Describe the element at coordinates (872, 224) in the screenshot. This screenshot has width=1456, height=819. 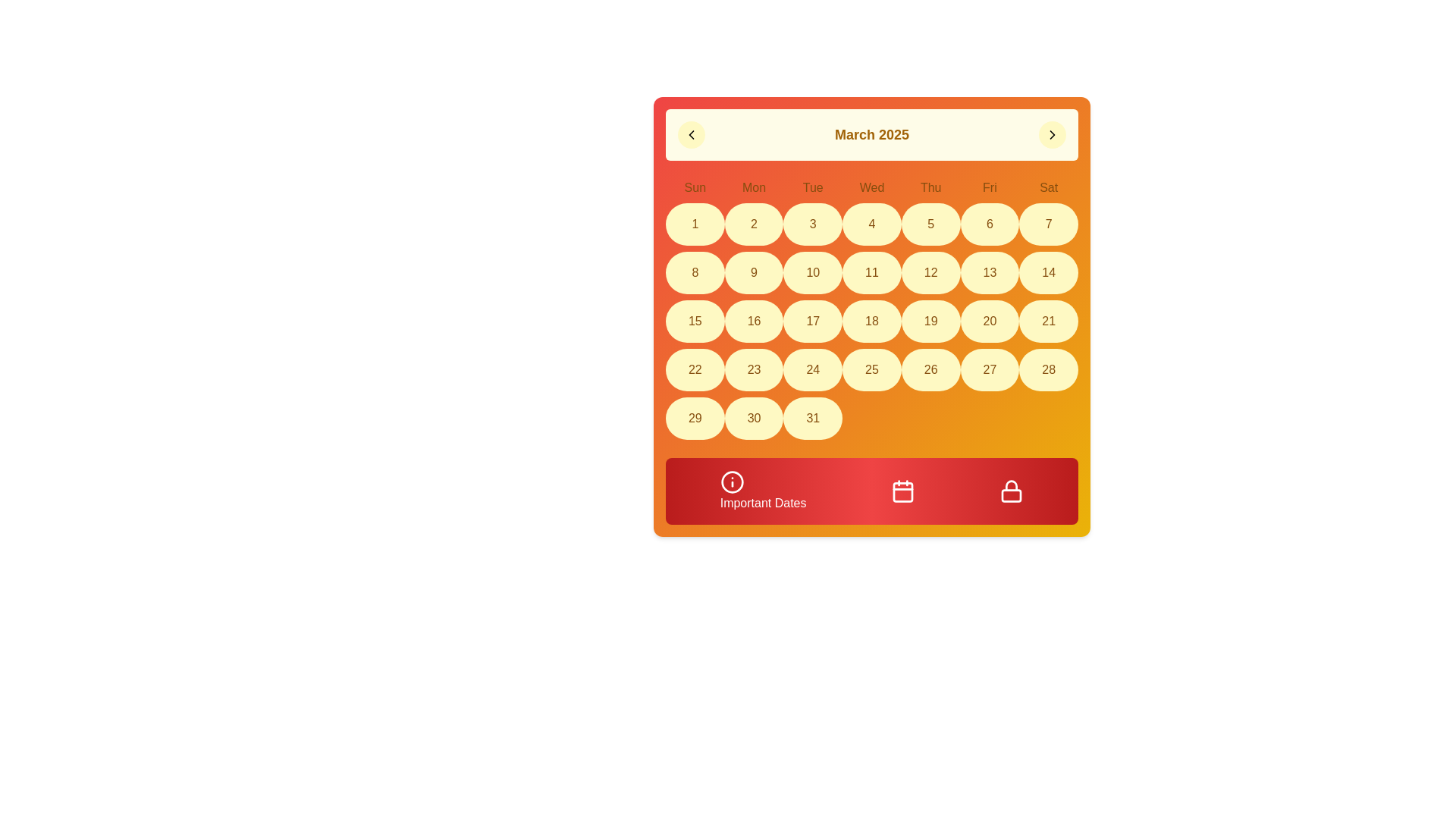
I see `the circular button with a yellow background displaying the number '4', located in the fourth column of the calendar grid beneath 'Wed'` at that location.